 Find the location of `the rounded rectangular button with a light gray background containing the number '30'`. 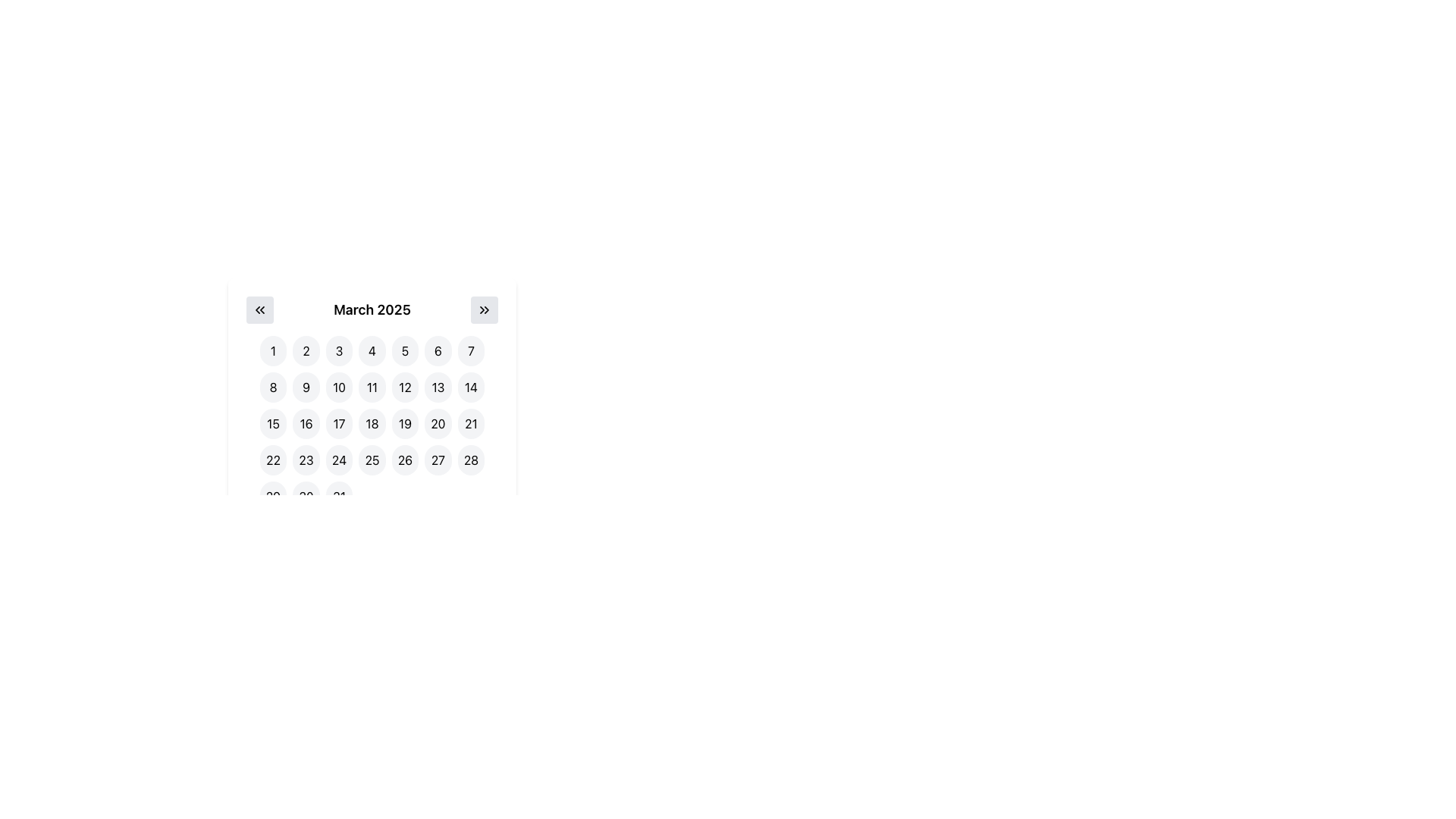

the rounded rectangular button with a light gray background containing the number '30' is located at coordinates (305, 497).